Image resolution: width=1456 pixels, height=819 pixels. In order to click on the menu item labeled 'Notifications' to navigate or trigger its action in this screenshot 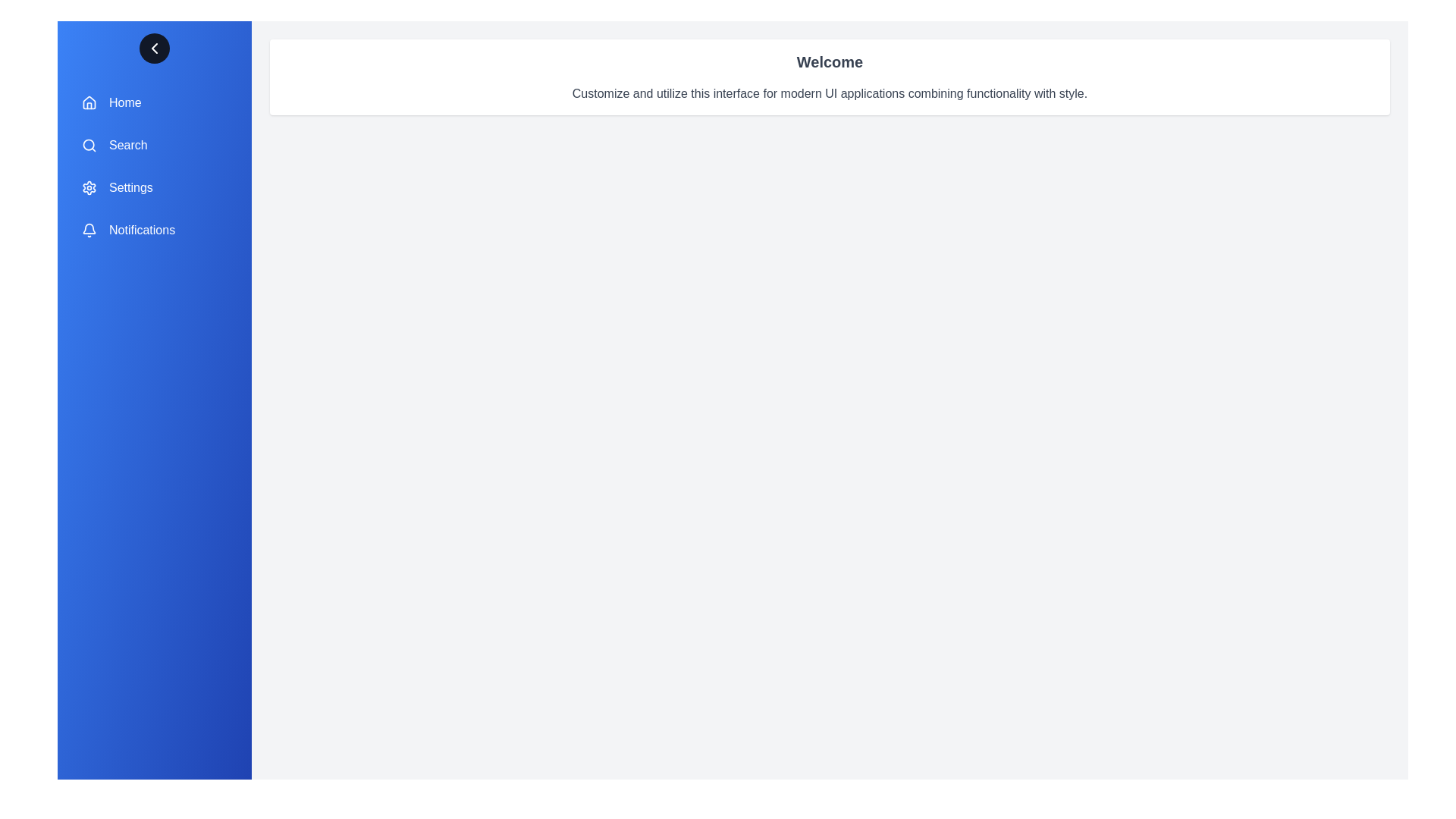, I will do `click(154, 231)`.